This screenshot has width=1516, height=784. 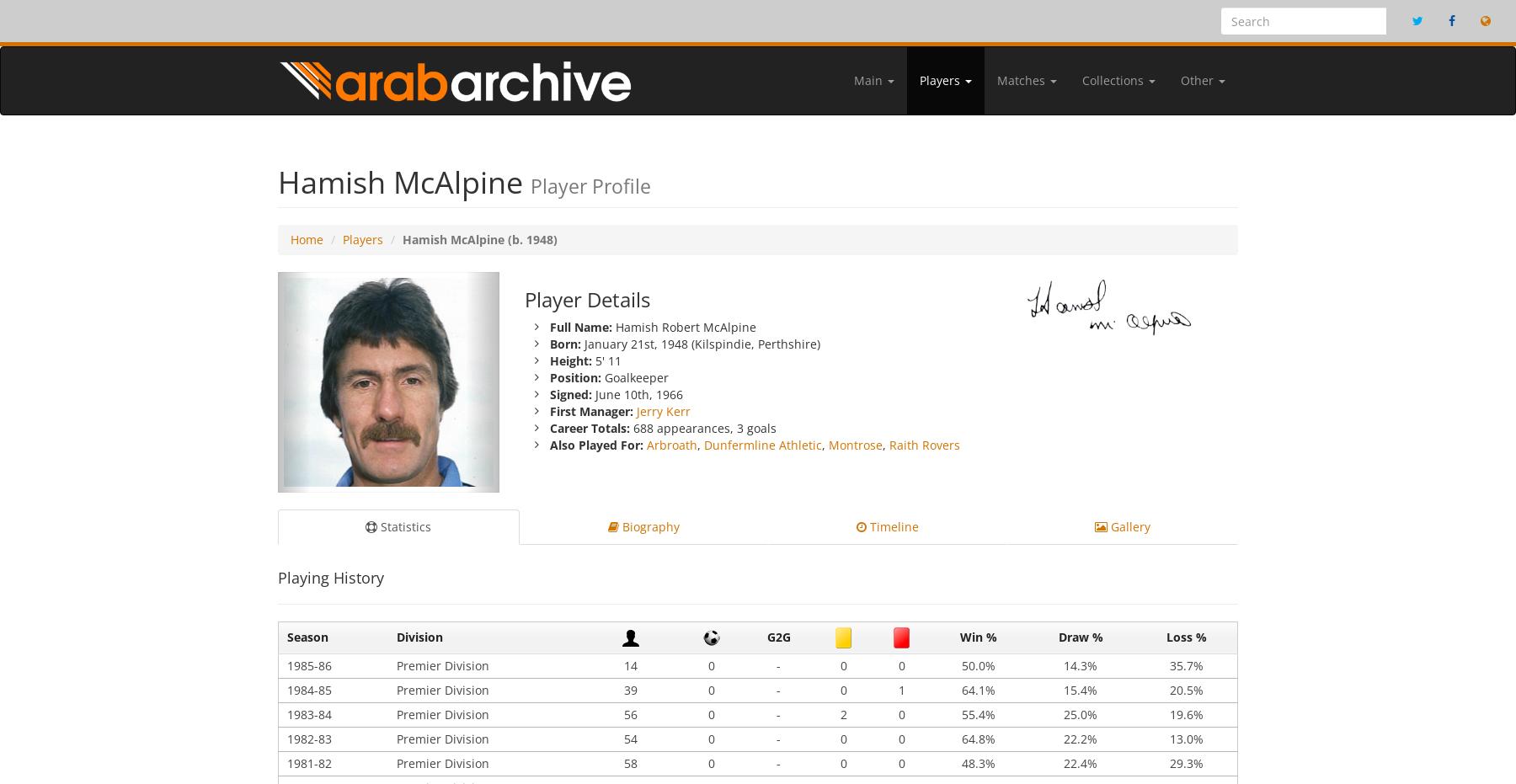 I want to click on '22.2%', so click(x=1064, y=738).